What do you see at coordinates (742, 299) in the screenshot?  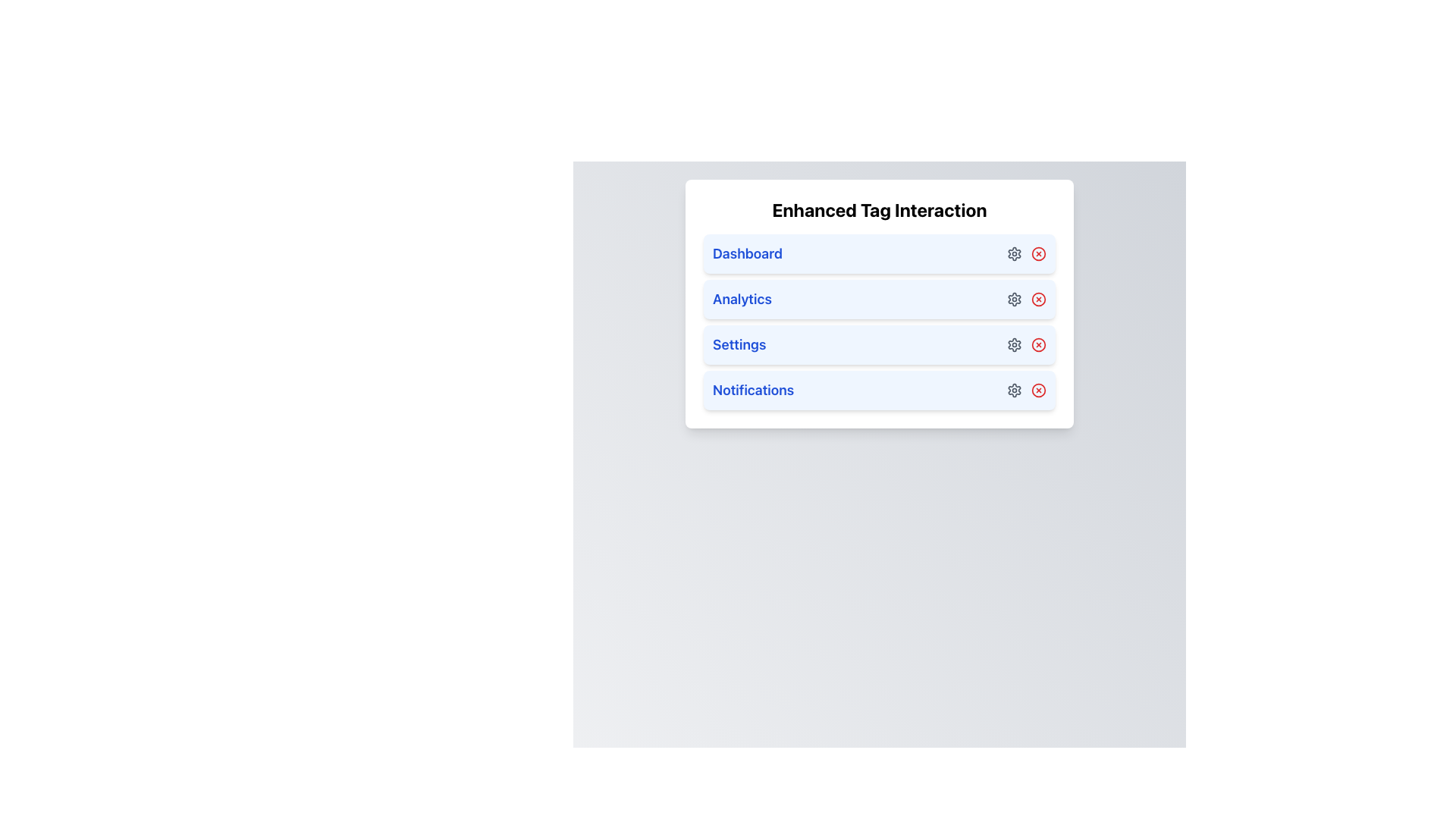 I see `the text label displaying 'Analytics' in a bold blue font, which is part of a card interface positioned in the upper area of the interface` at bounding box center [742, 299].